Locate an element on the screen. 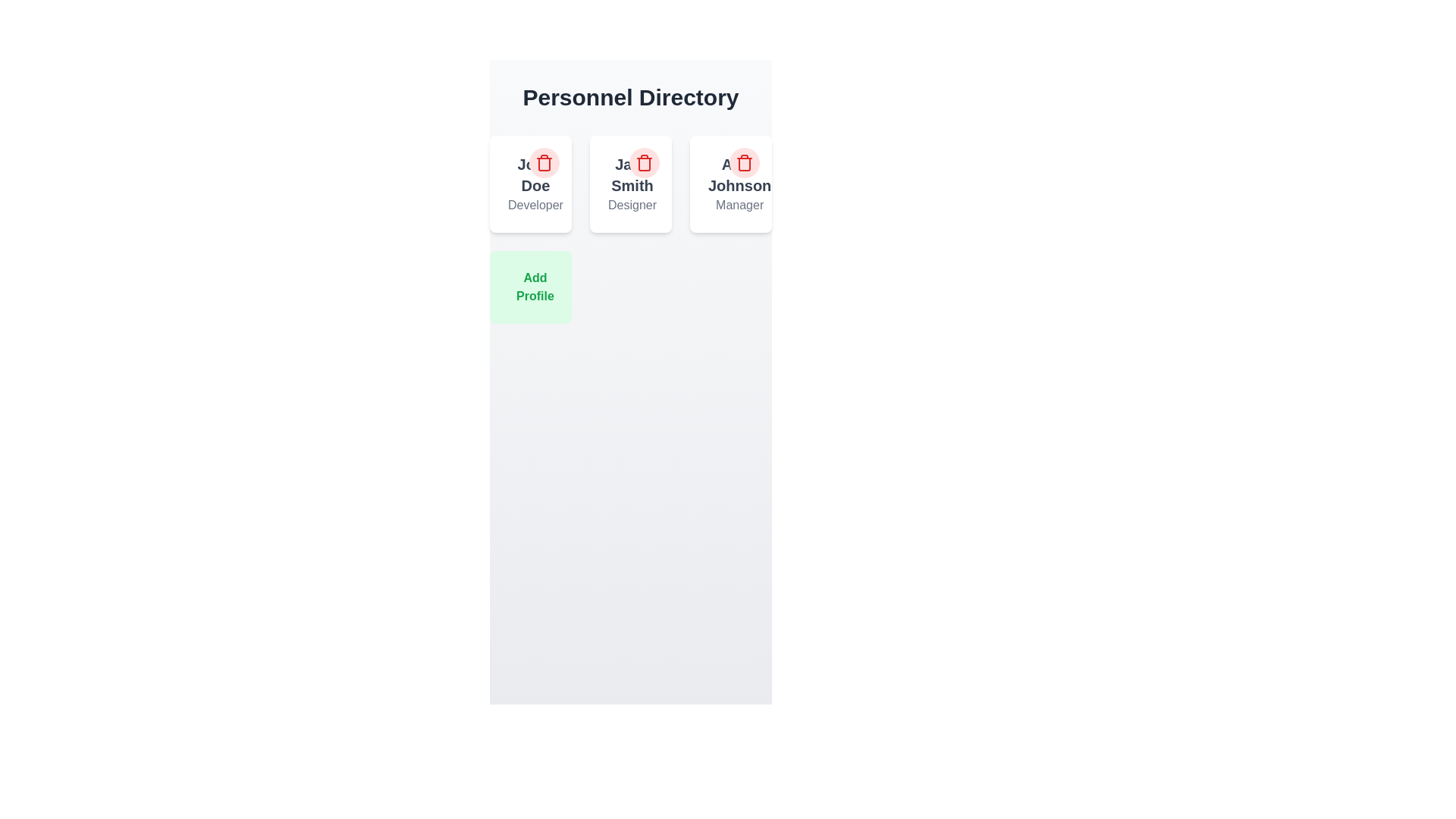 Image resolution: width=1456 pixels, height=819 pixels. the text element displaying 'John Doe' in the personnel directory card, which is the first card from the left and features a bold font above the title 'Developer' is located at coordinates (531, 184).